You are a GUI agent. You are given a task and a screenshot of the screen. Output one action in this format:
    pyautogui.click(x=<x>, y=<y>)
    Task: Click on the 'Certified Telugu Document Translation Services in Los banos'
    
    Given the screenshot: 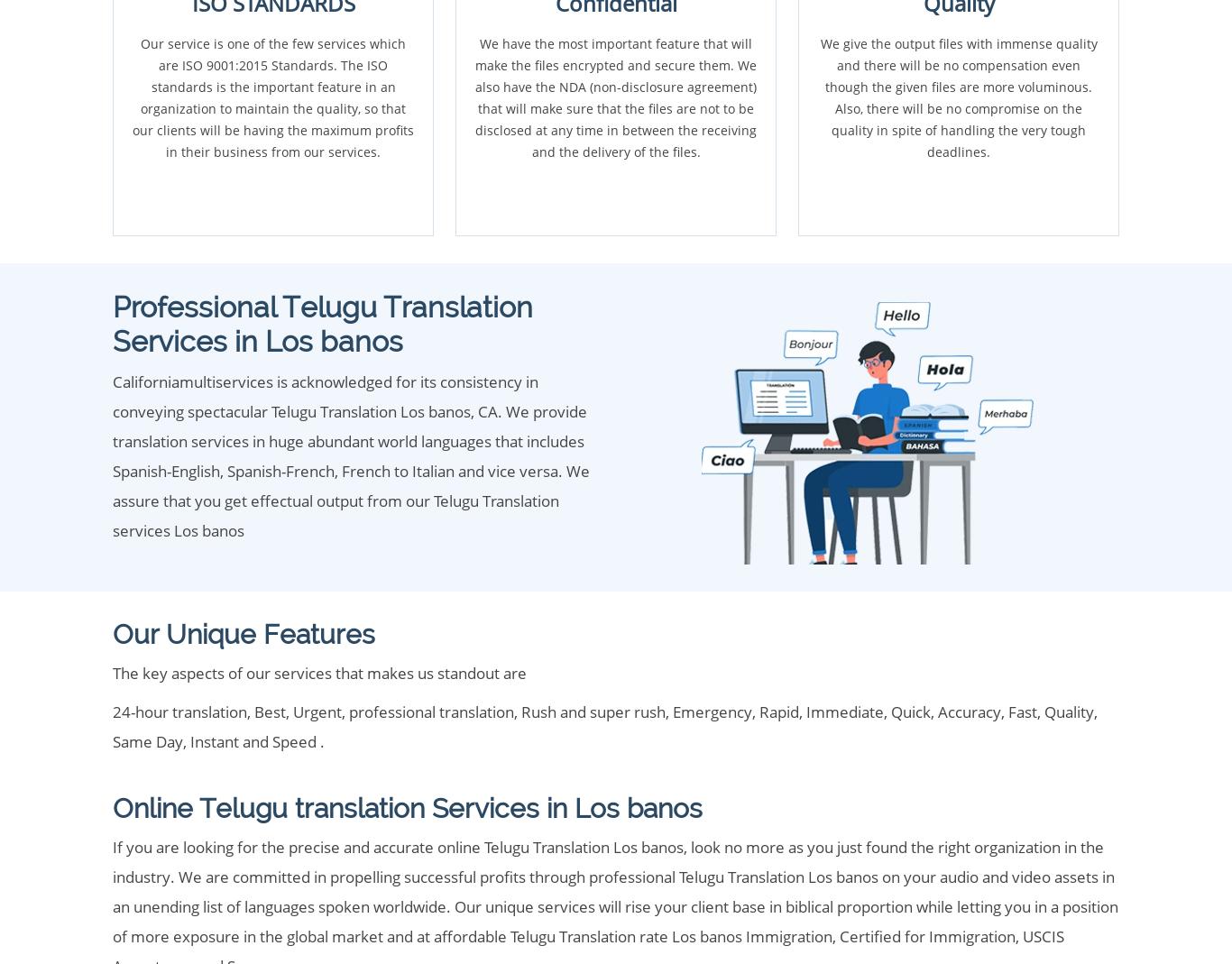 What is the action you would take?
    pyautogui.click(x=493, y=66)
    